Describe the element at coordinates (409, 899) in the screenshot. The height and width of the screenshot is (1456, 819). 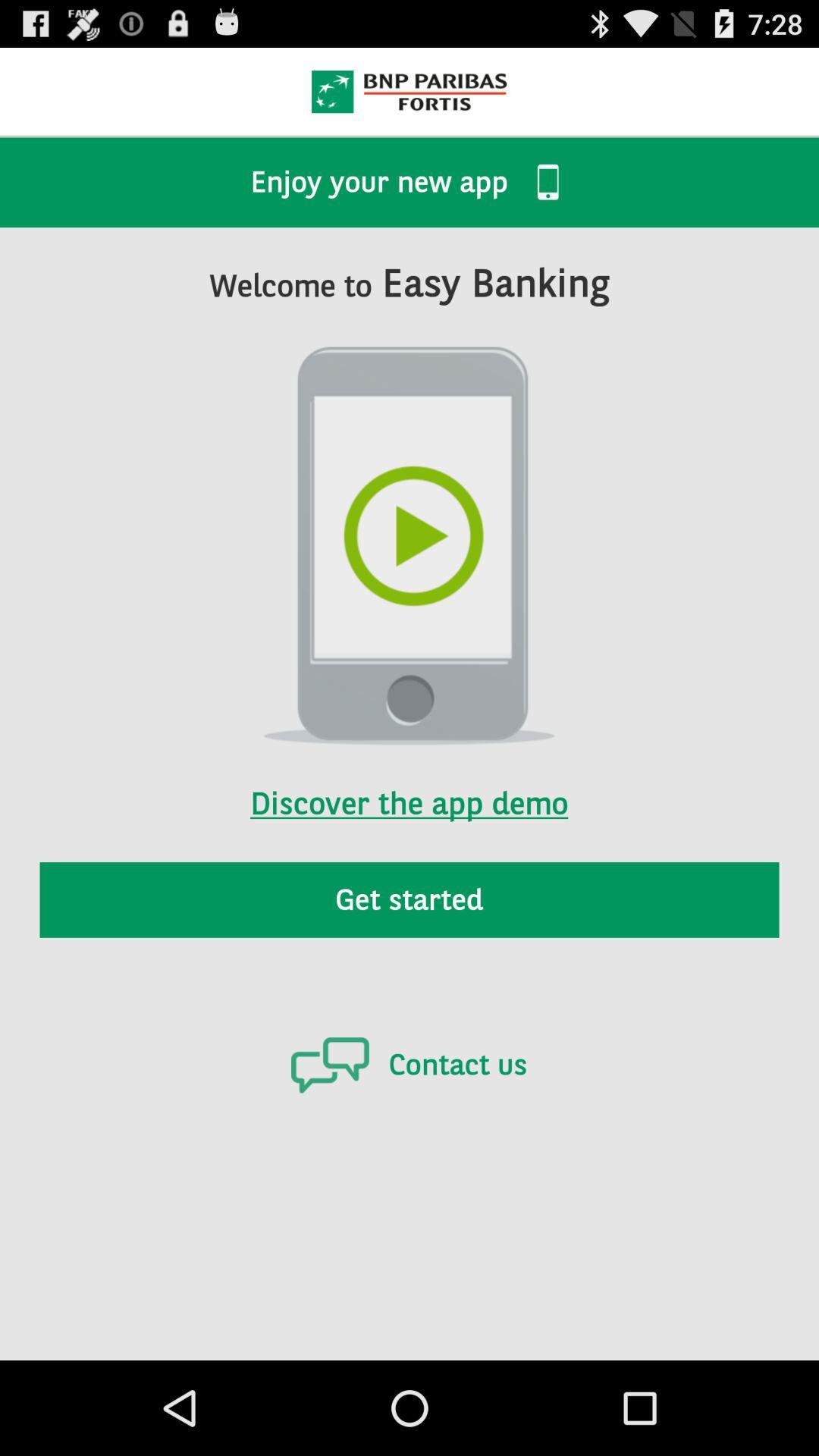
I see `the item below the discover the app item` at that location.